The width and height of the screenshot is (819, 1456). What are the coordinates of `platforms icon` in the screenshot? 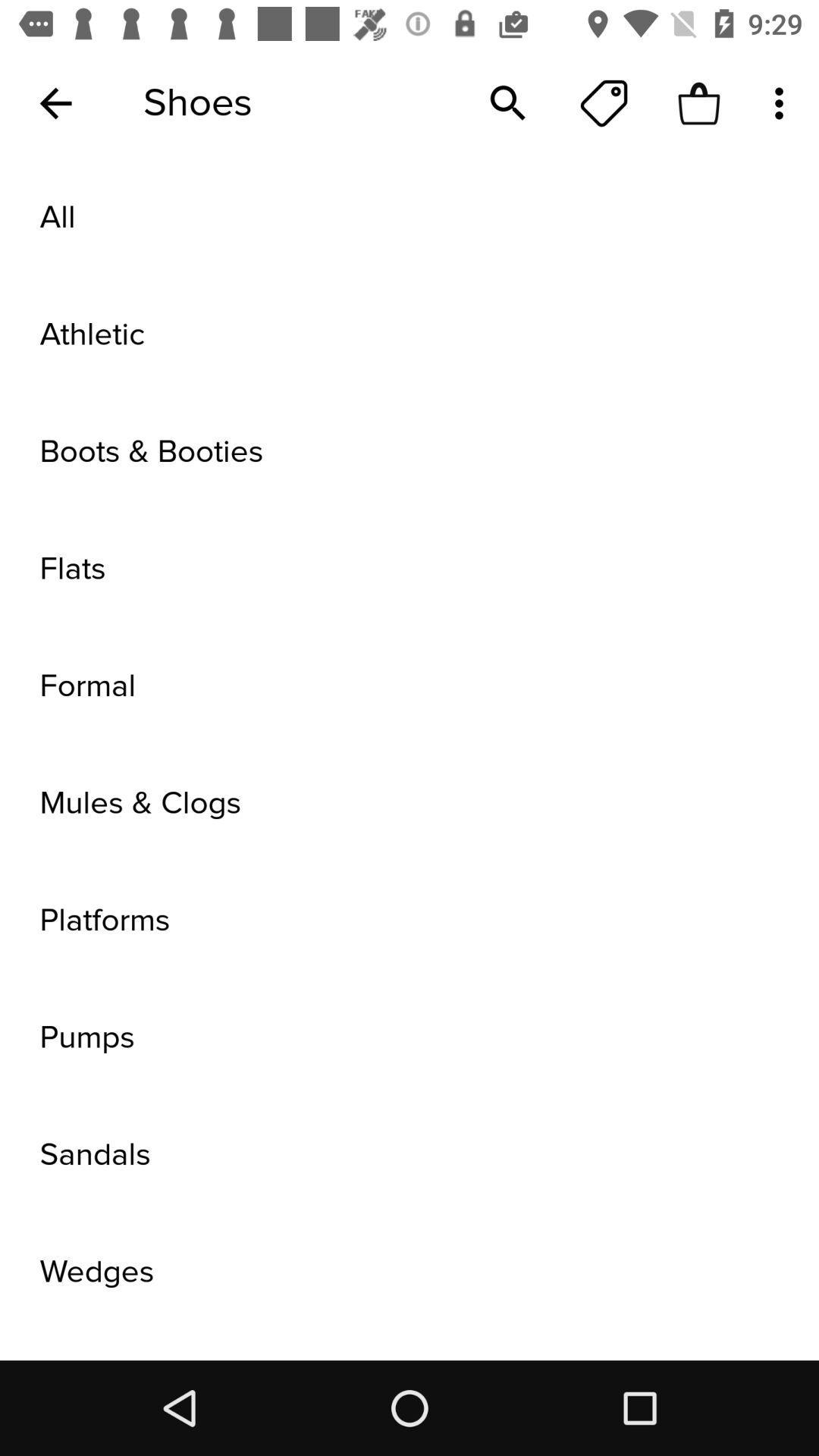 It's located at (409, 920).